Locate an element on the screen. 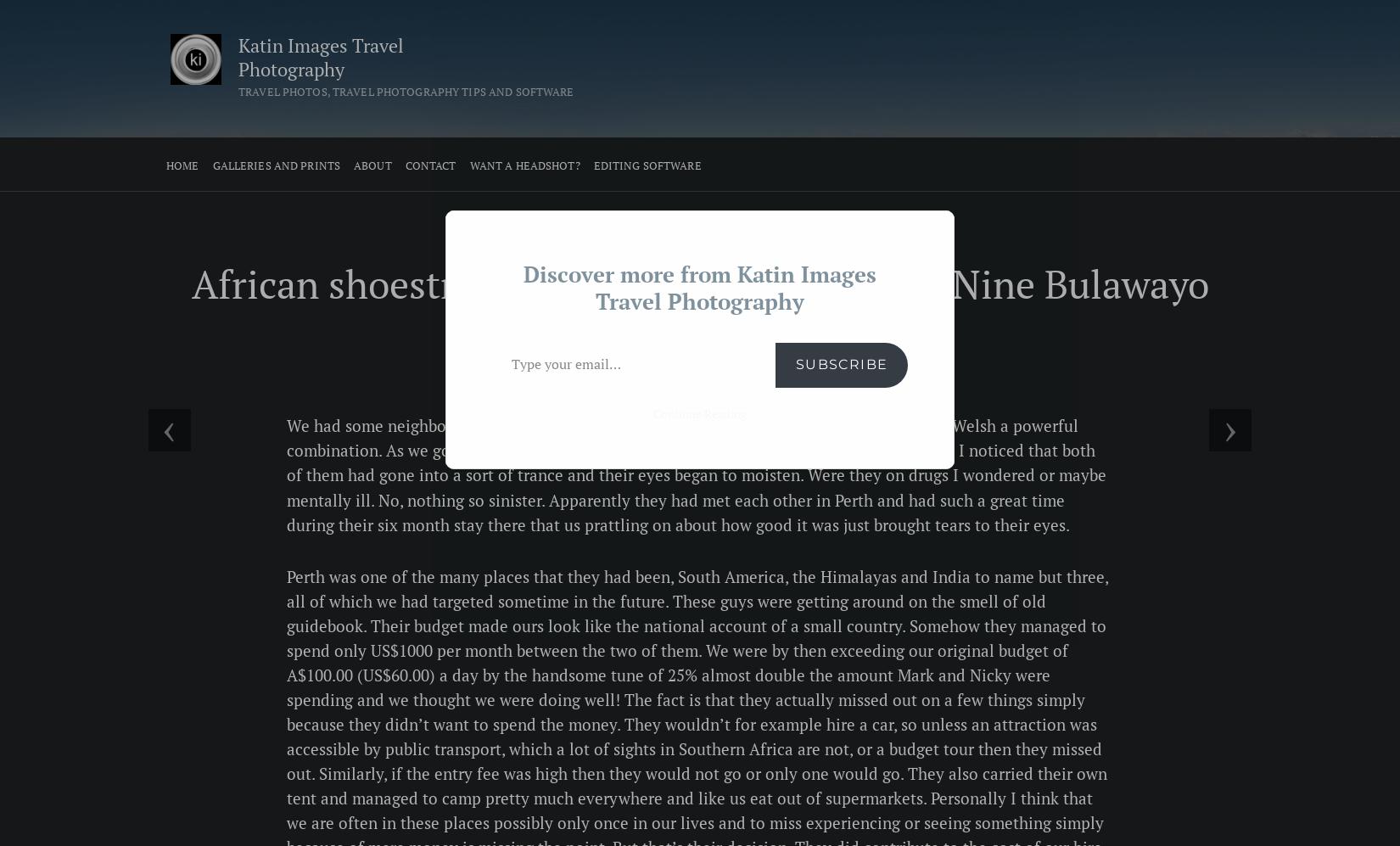 The height and width of the screenshot is (846, 1400). 'Discover more from Katin Images Travel Photography' is located at coordinates (700, 286).